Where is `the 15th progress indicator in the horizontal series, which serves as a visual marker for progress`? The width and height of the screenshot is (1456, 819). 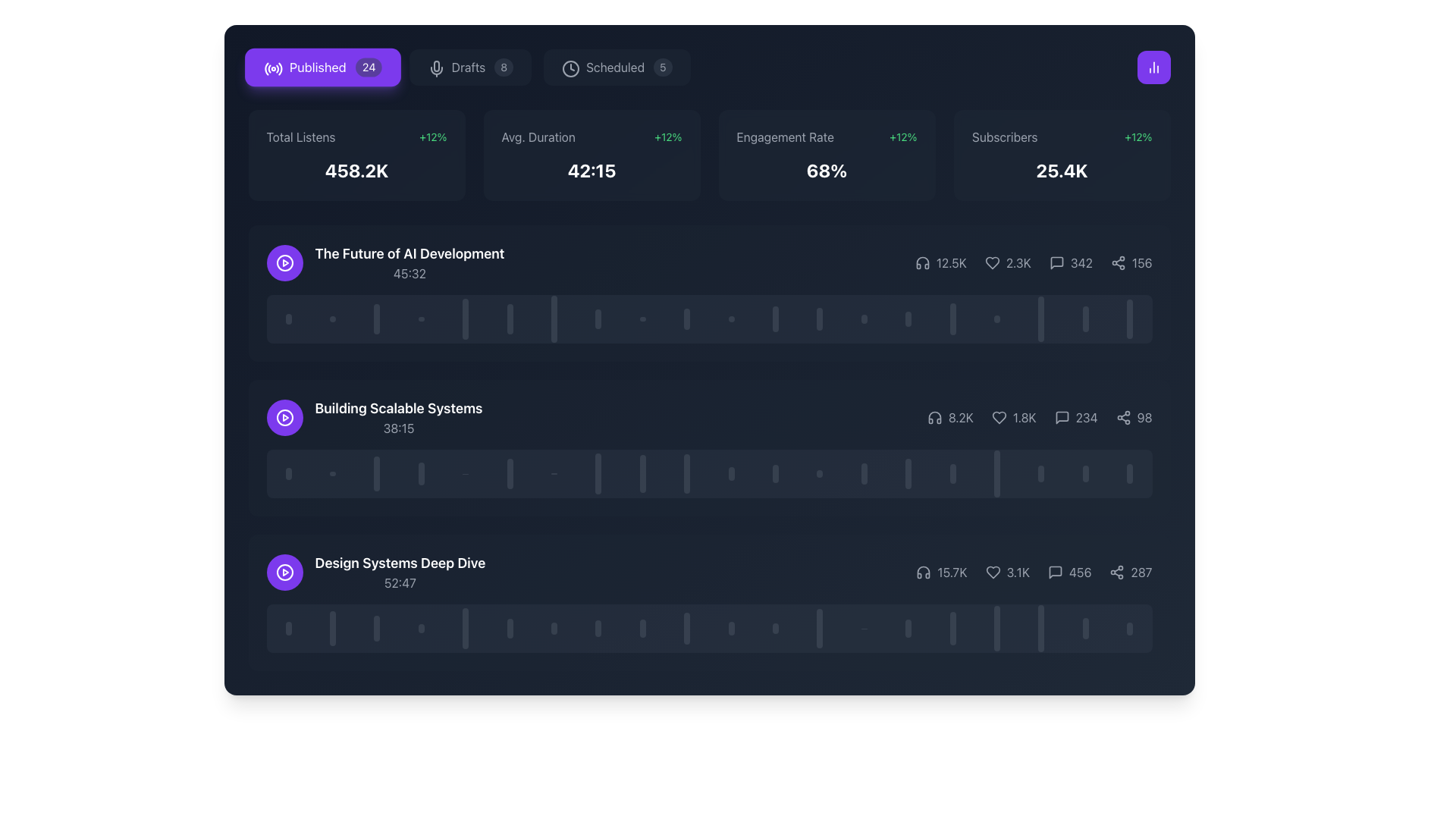 the 15th progress indicator in the horizontal series, which serves as a visual marker for progress is located at coordinates (908, 472).